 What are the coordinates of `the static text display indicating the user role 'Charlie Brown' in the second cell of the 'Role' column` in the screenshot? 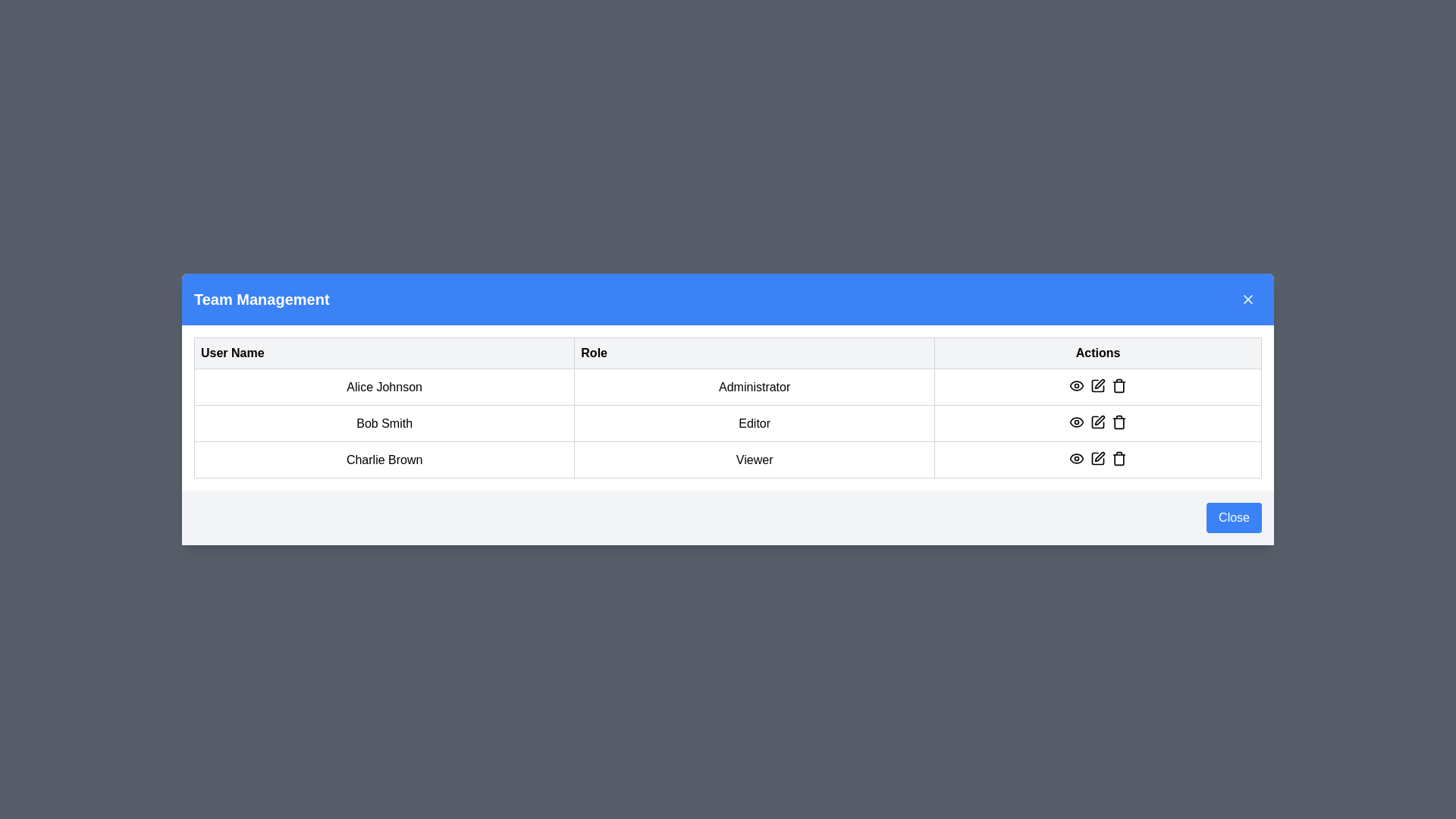 It's located at (755, 459).